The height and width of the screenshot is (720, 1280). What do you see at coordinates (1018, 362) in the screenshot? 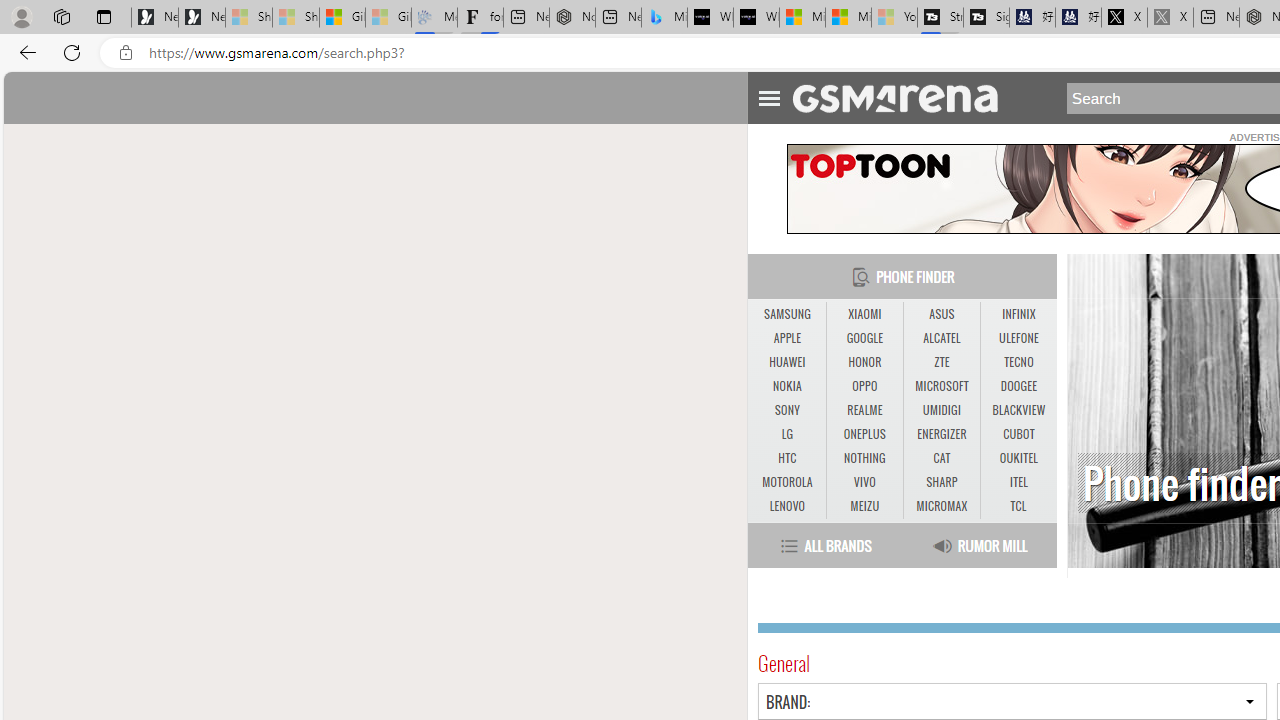
I see `'TECNO'` at bounding box center [1018, 362].